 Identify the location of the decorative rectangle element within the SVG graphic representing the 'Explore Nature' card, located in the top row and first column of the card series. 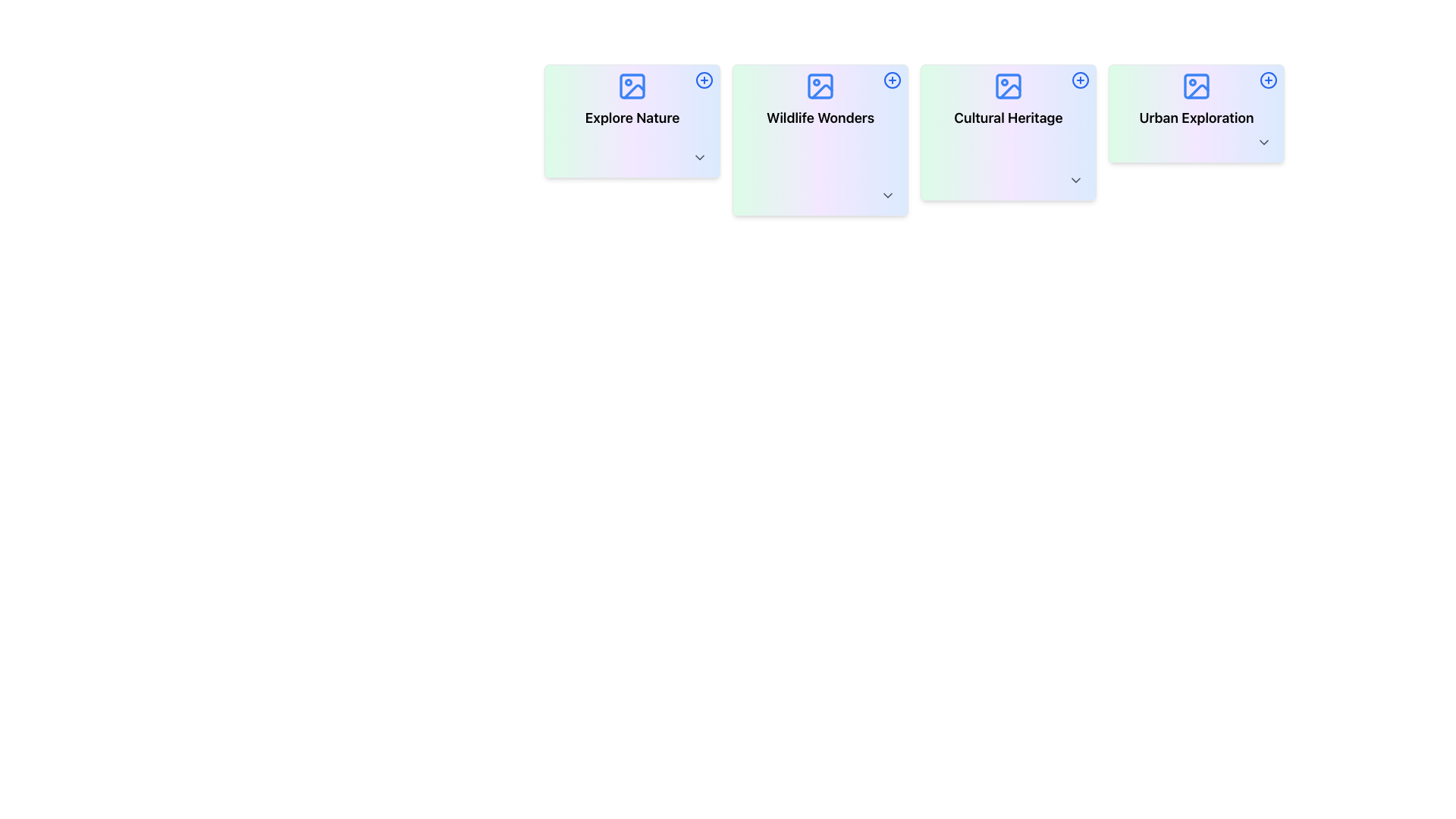
(632, 86).